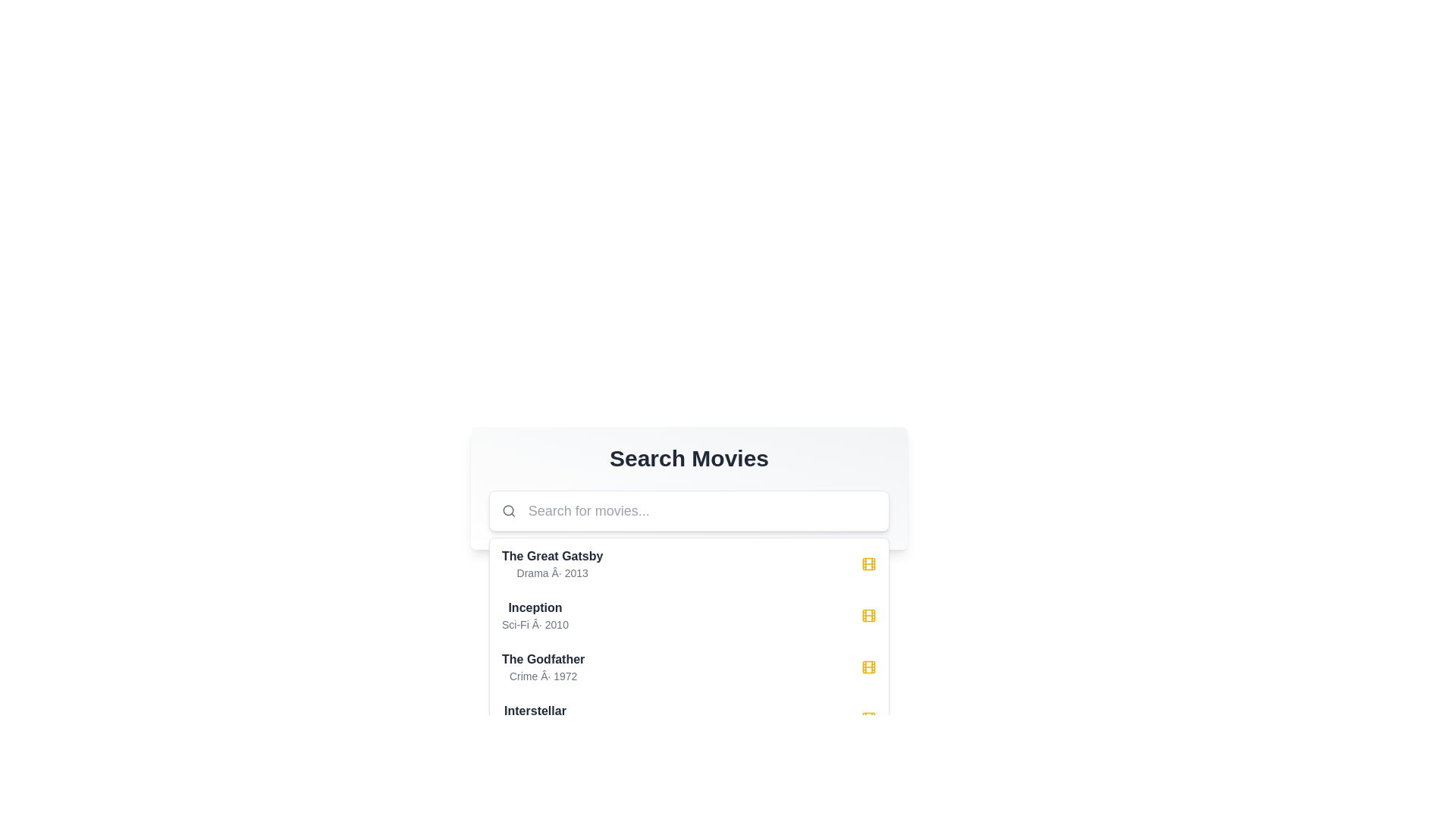 The height and width of the screenshot is (819, 1456). Describe the element at coordinates (688, 564) in the screenshot. I see `the first movie item in the dropdown list` at that location.